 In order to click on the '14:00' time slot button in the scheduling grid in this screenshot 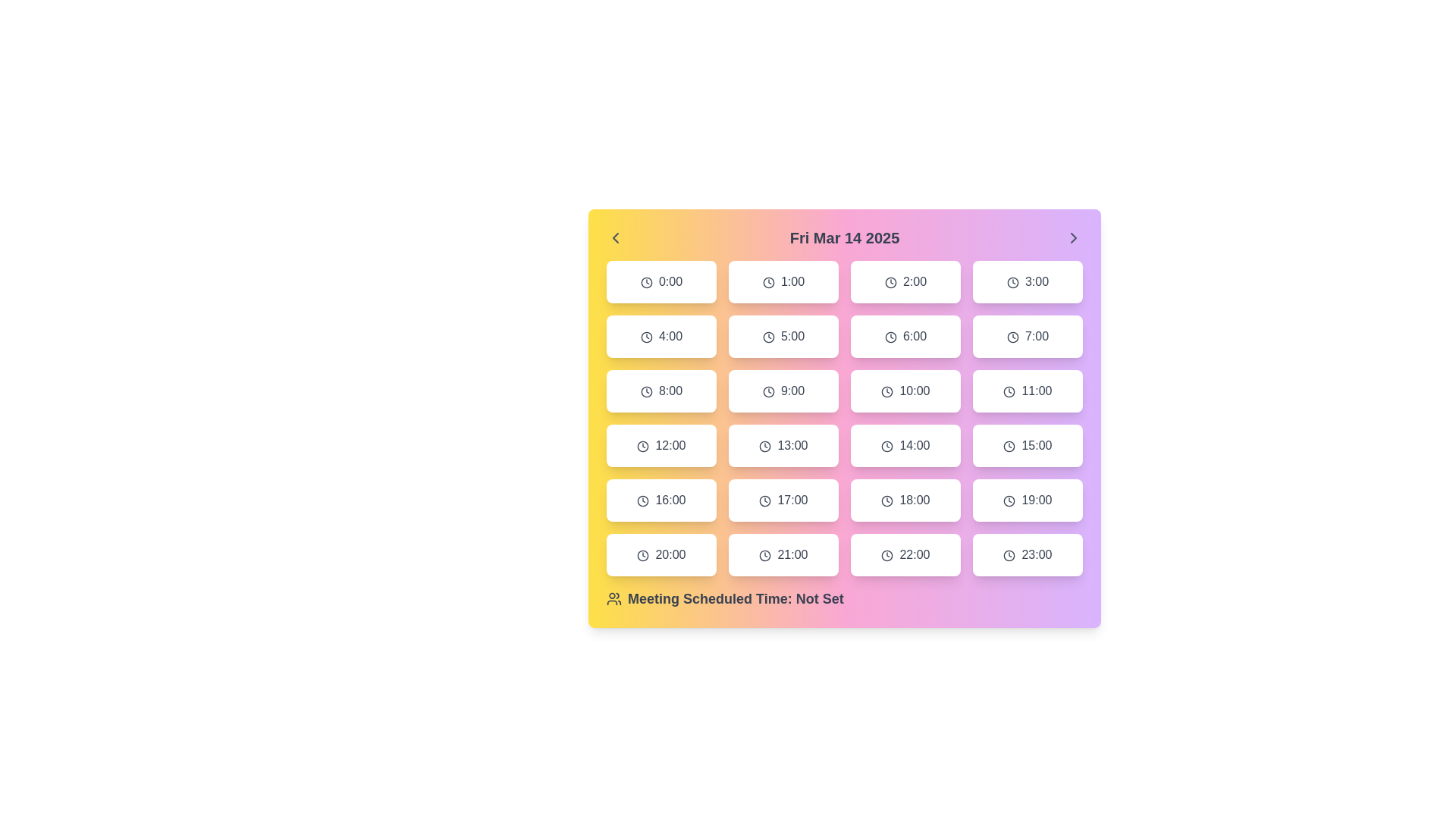, I will do `click(843, 418)`.